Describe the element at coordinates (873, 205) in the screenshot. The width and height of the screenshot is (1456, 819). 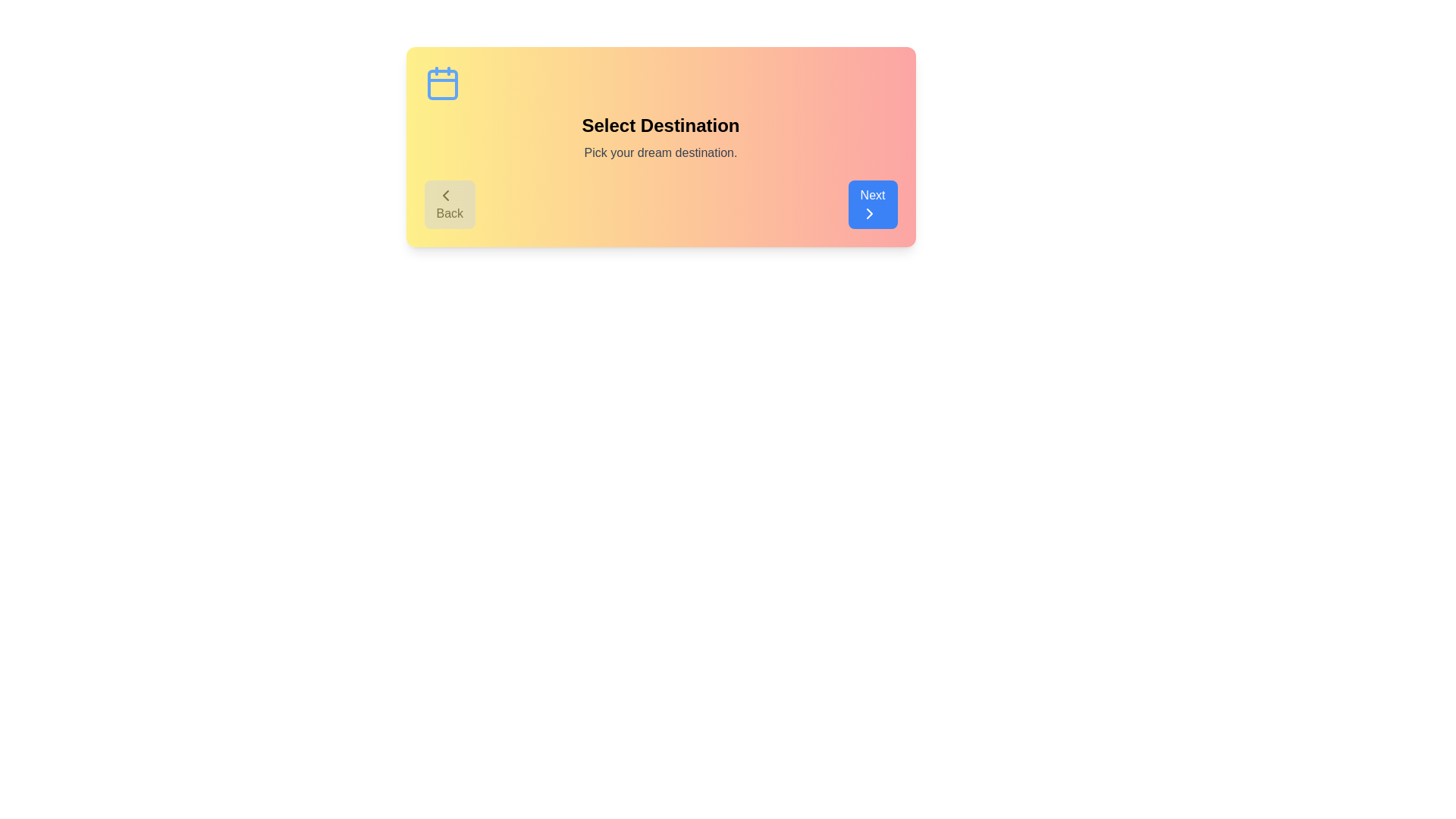
I see `the Next button to observe its hover effect` at that location.